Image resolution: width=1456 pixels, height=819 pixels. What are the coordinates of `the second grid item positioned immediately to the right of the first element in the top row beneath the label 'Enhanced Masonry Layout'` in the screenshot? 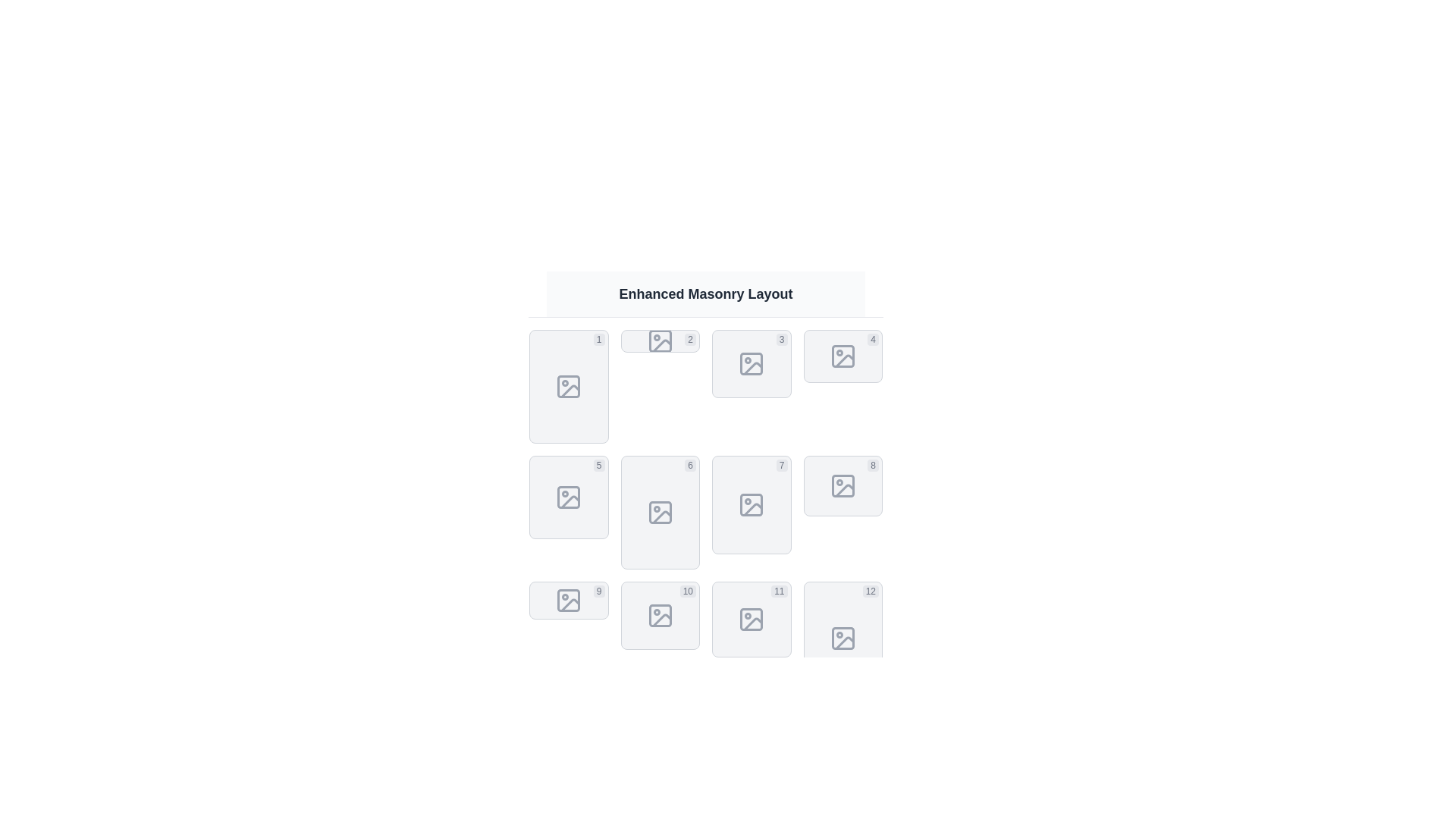 It's located at (660, 341).